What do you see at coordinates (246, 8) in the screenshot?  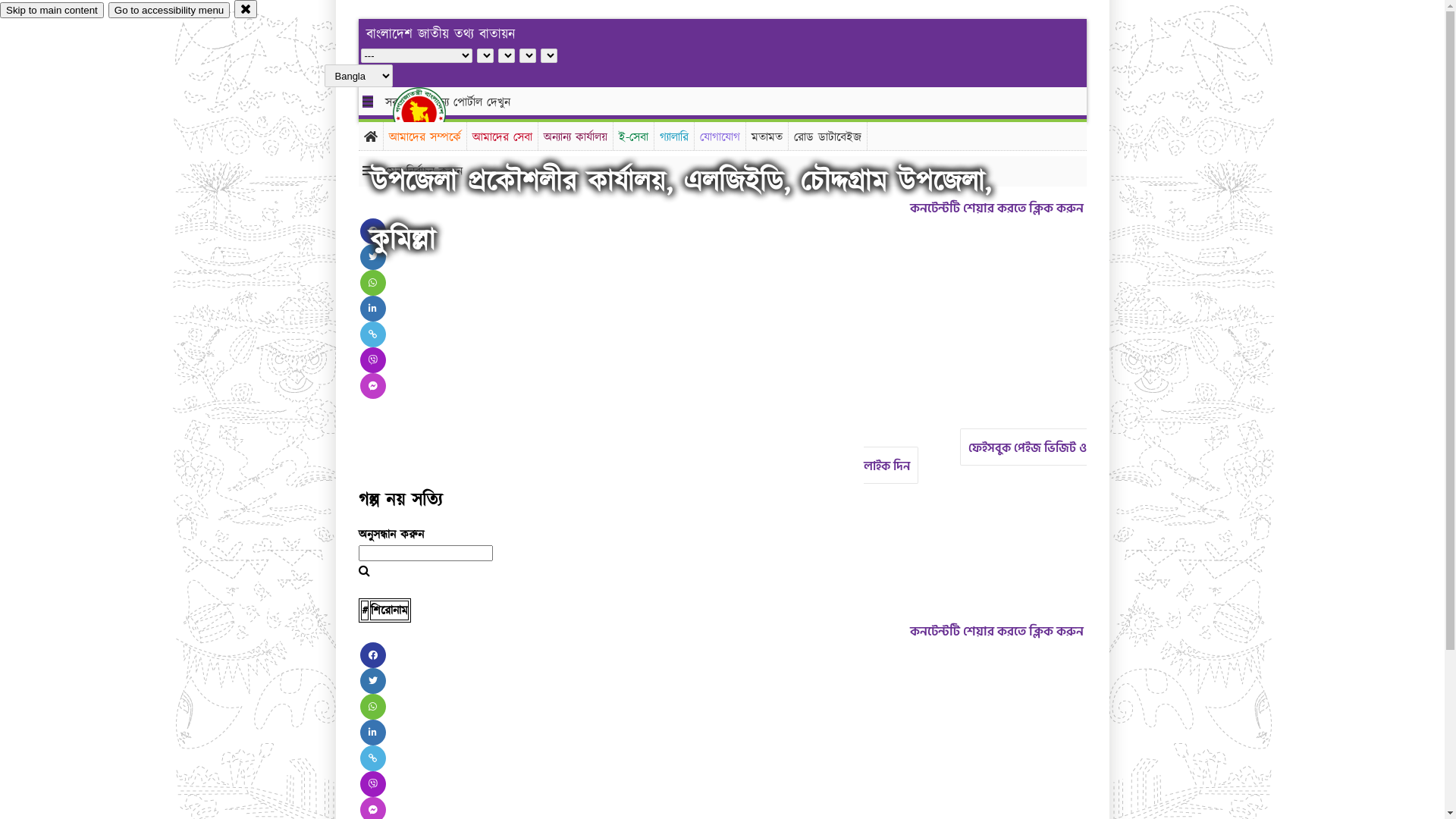 I see `'close'` at bounding box center [246, 8].